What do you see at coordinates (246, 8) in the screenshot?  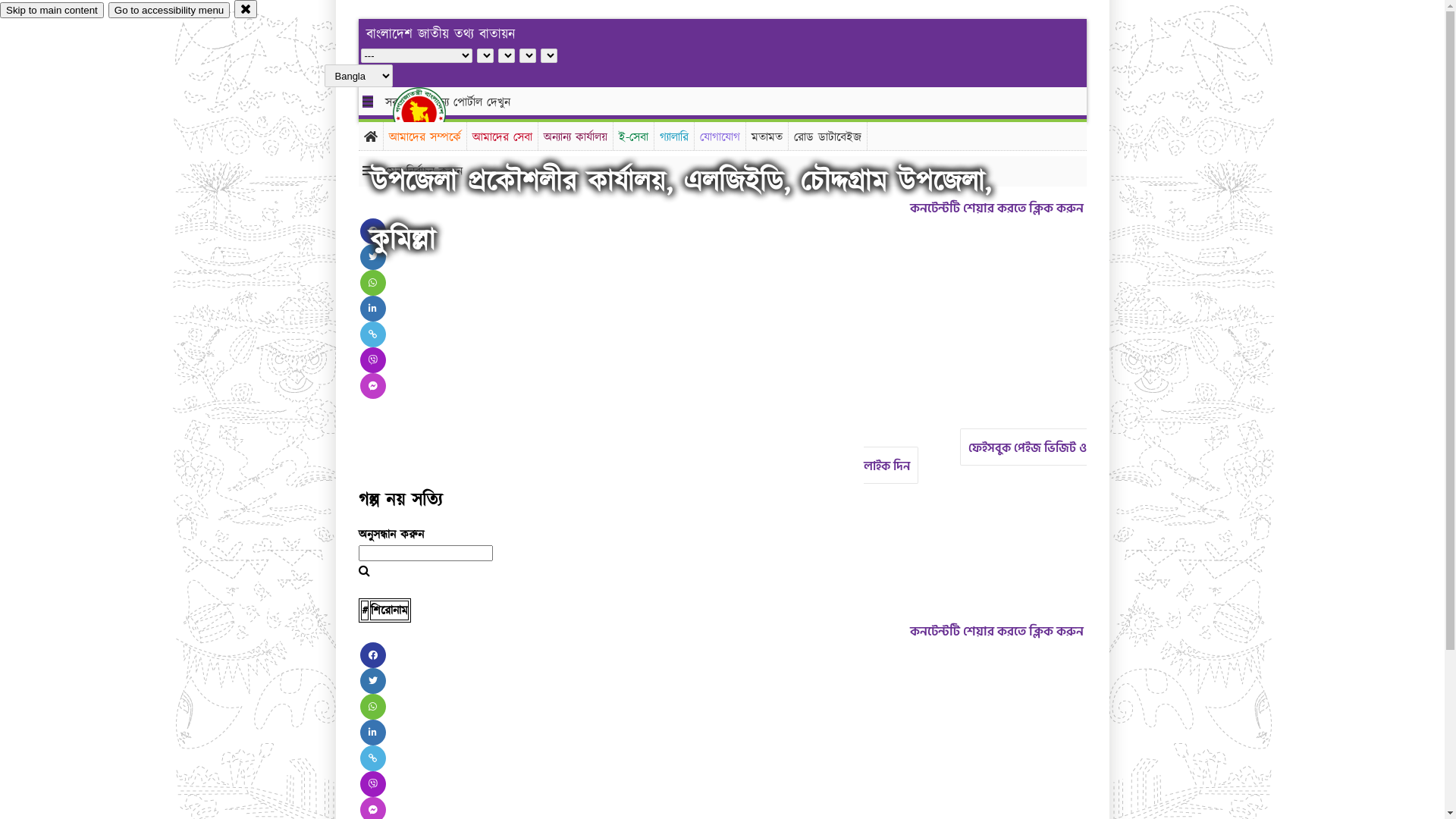 I see `'close'` at bounding box center [246, 8].